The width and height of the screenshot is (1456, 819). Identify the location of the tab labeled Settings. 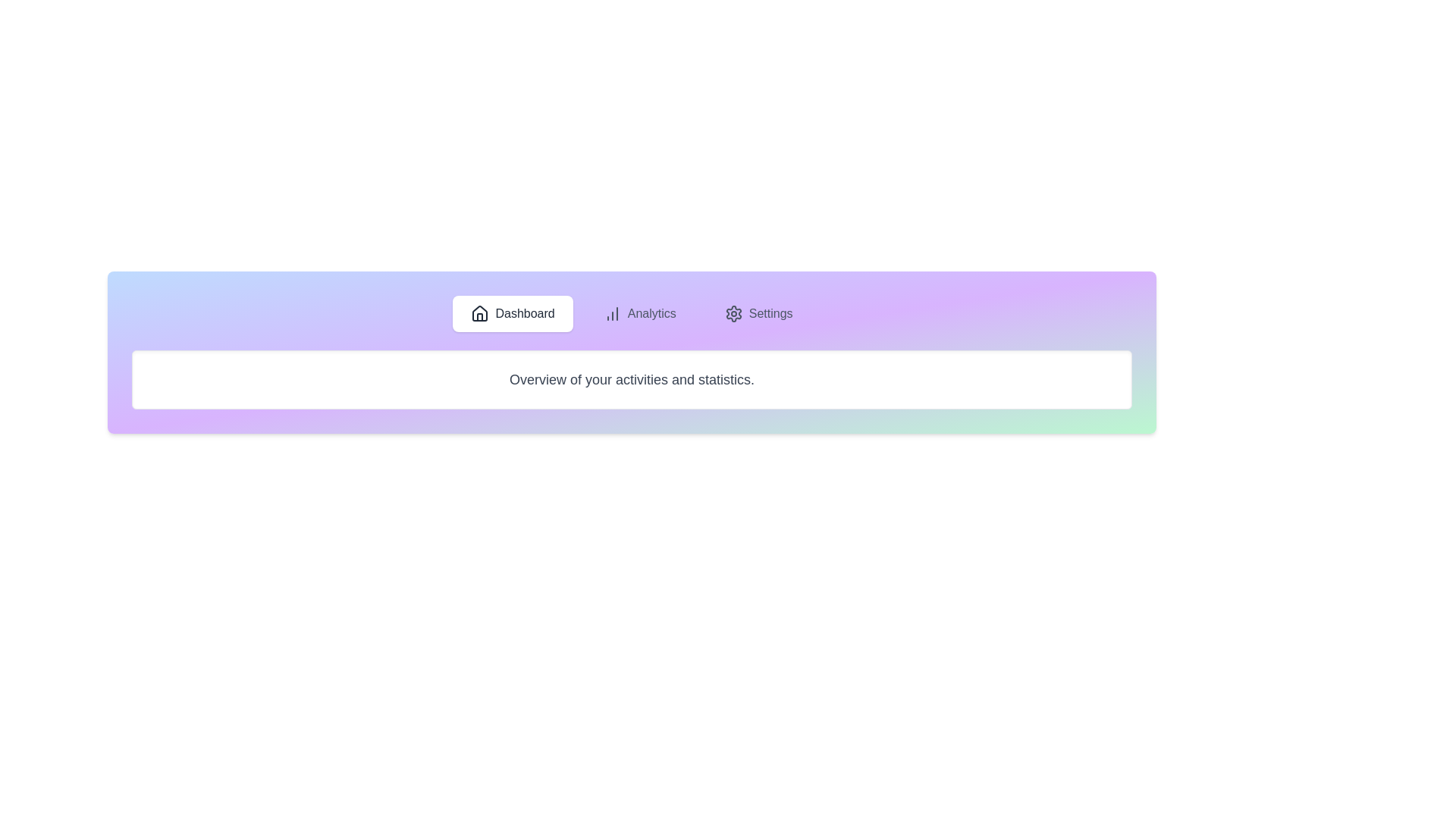
(758, 312).